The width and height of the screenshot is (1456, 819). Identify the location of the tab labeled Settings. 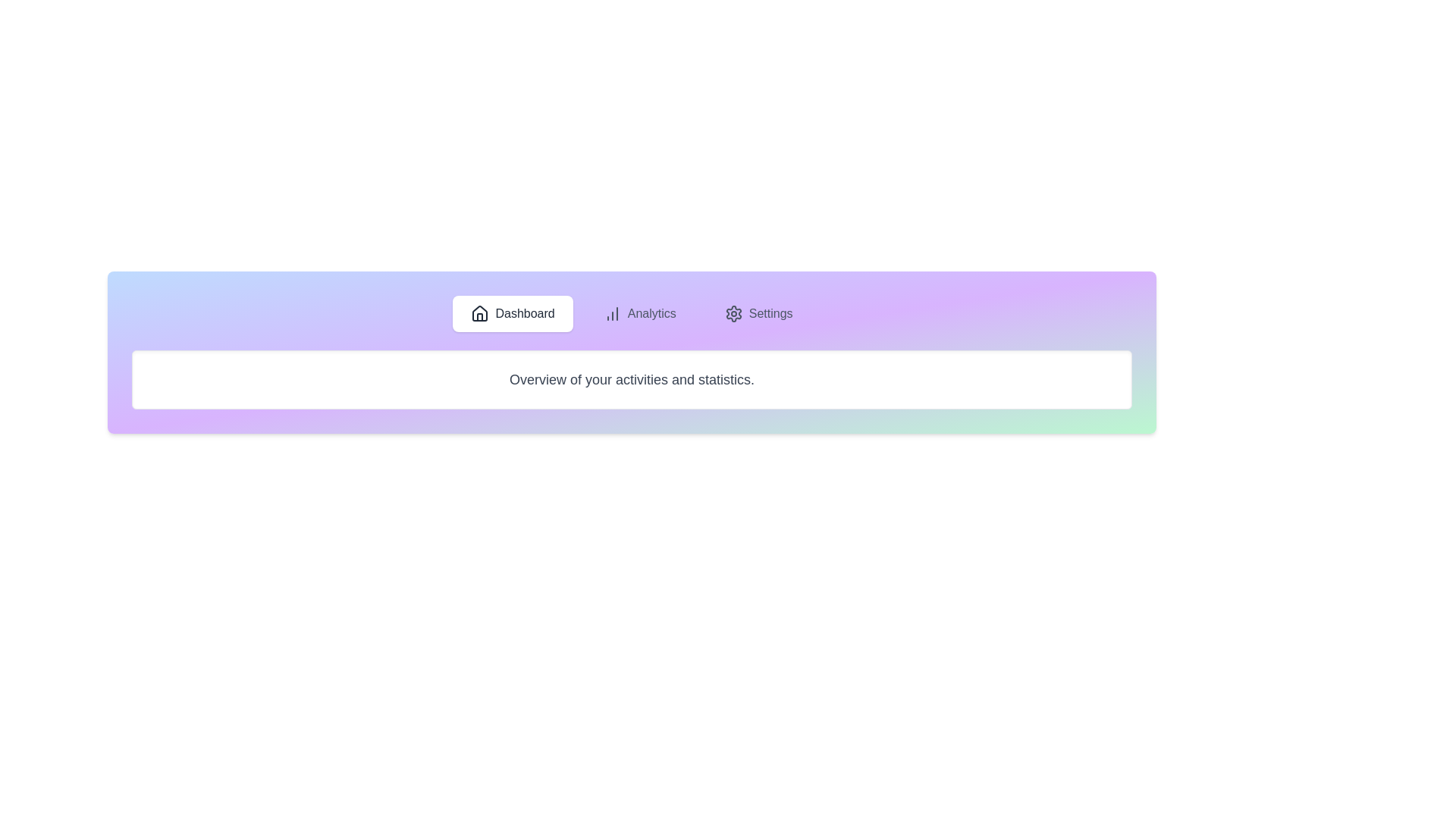
(758, 312).